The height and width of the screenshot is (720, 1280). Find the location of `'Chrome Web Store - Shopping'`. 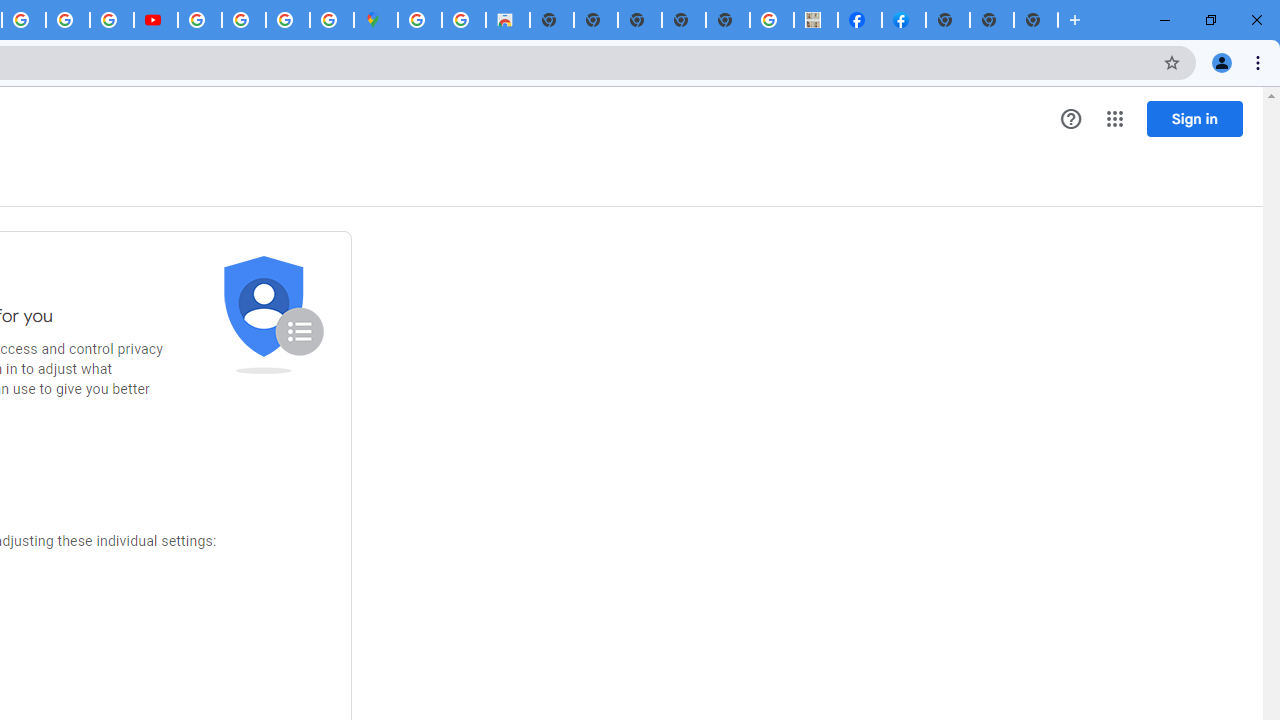

'Chrome Web Store - Shopping' is located at coordinates (508, 20).